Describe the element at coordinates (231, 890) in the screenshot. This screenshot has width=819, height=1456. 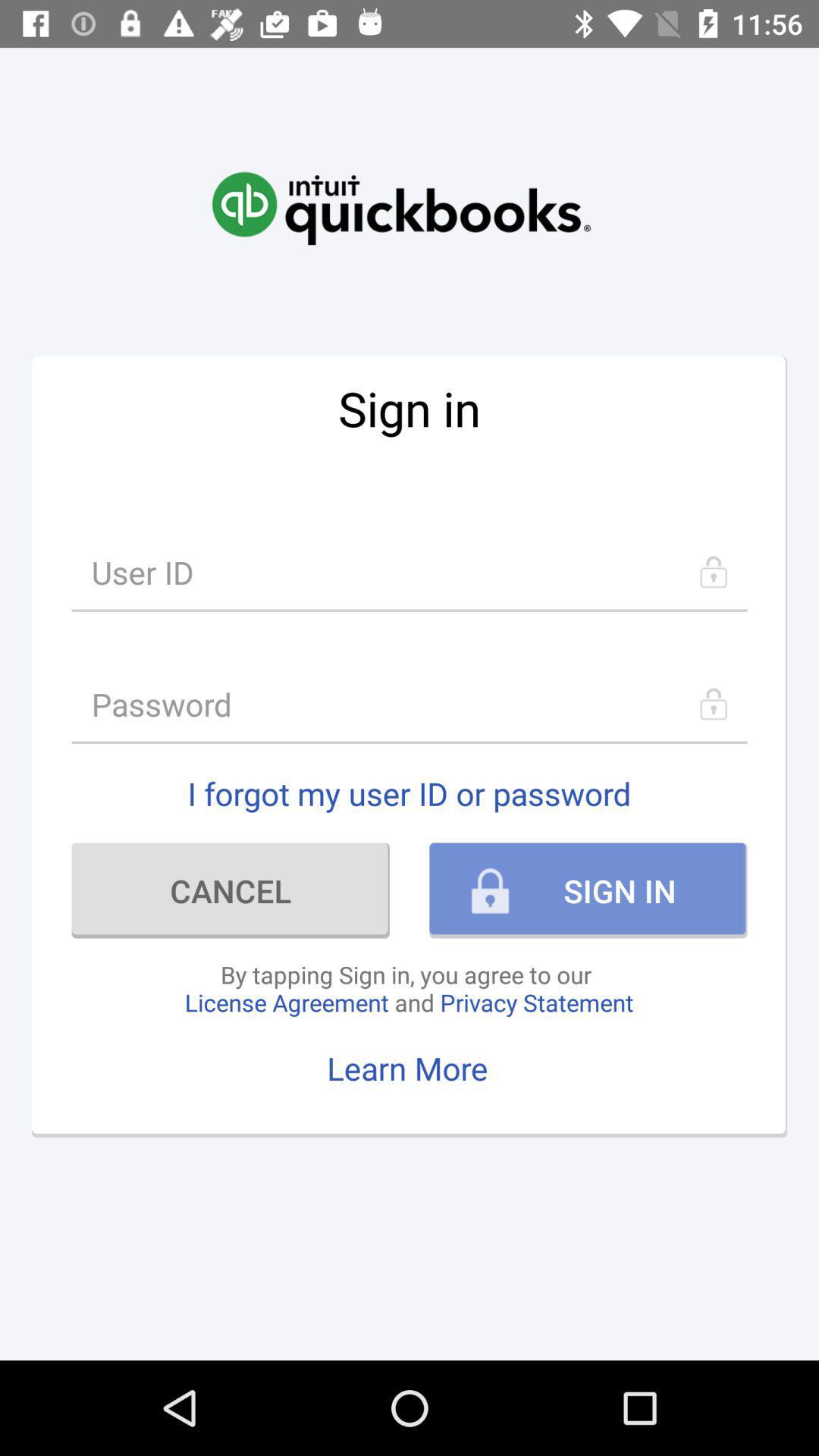
I see `cancel item` at that location.